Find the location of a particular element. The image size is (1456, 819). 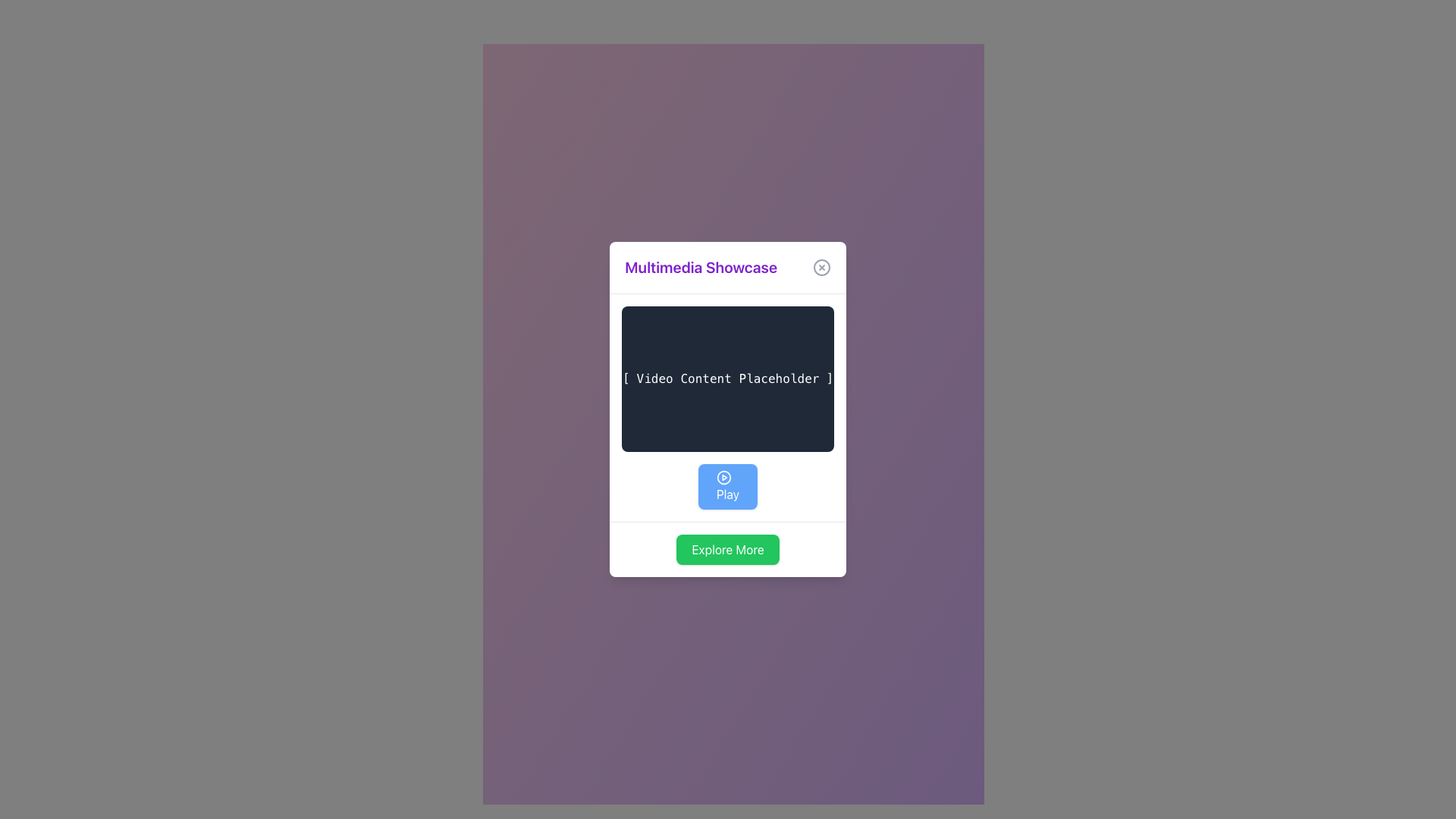

the static visual placeholder for video content, which is centrally located in the upper section of the card above the 'Play' button and the green 'Explore More' button is located at coordinates (728, 378).